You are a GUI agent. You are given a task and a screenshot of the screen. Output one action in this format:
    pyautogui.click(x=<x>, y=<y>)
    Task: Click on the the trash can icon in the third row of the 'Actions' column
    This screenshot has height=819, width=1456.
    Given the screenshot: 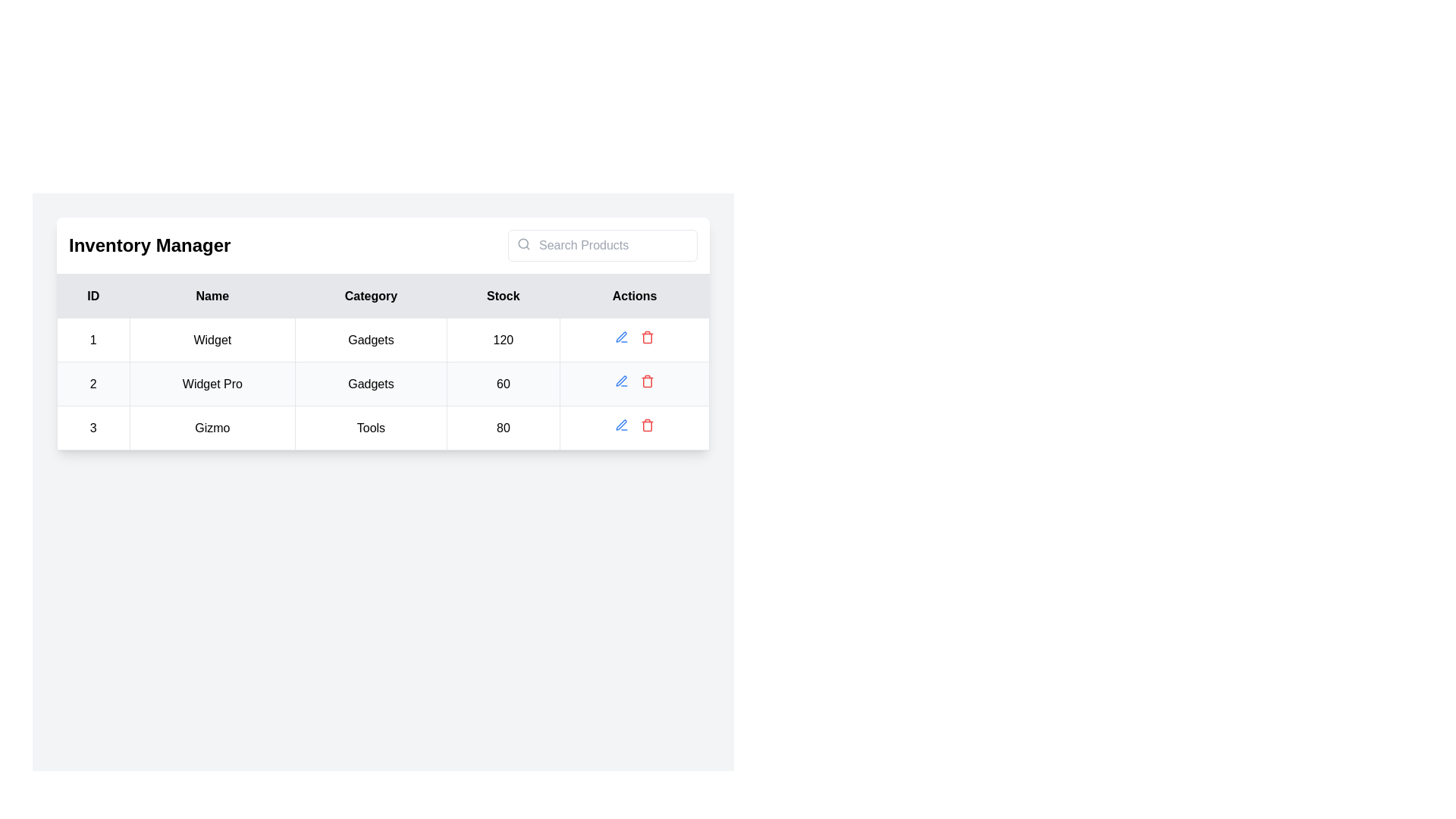 What is the action you would take?
    pyautogui.click(x=648, y=426)
    